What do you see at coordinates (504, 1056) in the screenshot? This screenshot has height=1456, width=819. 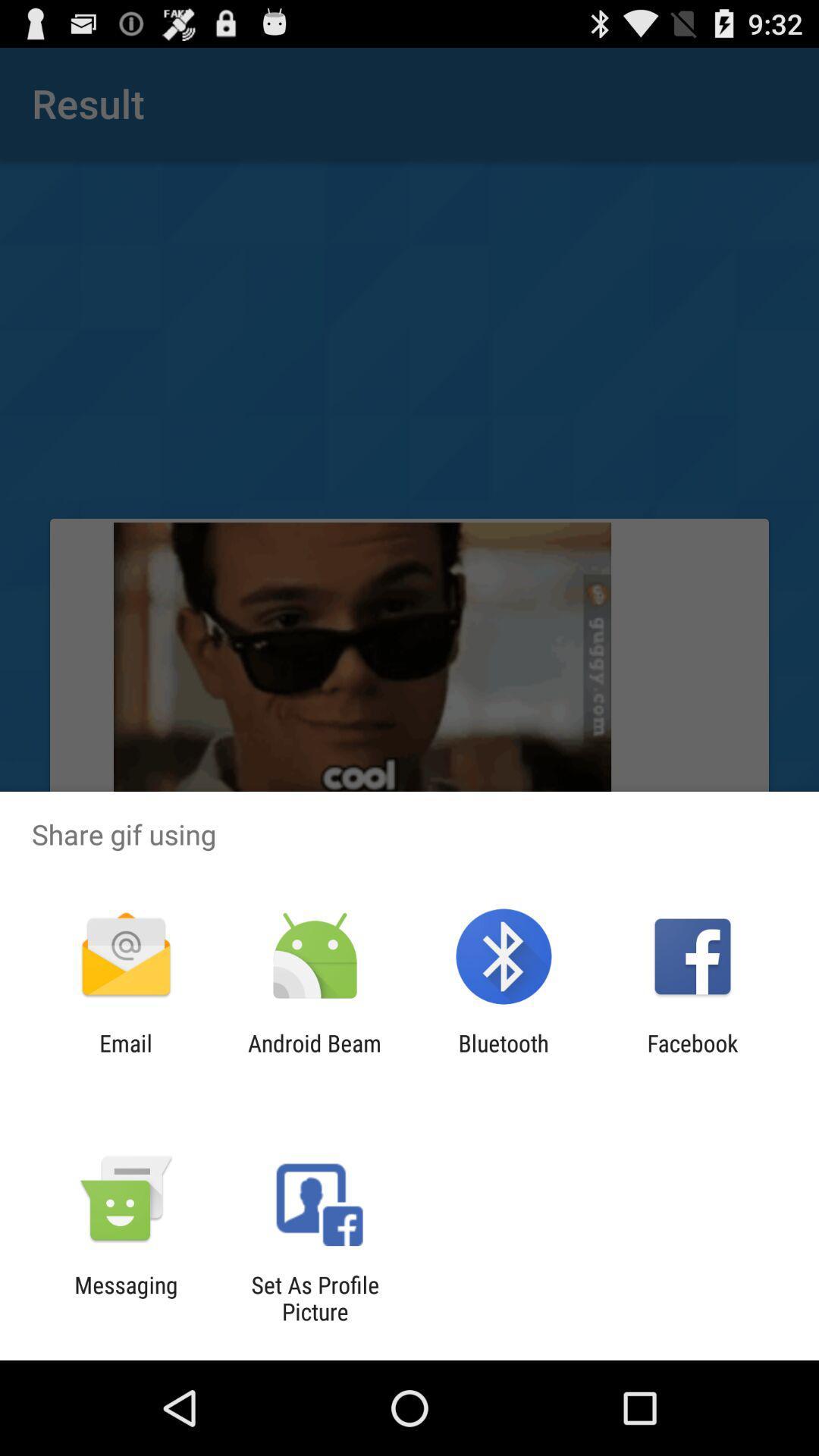 I see `item to the left of the facebook item` at bounding box center [504, 1056].